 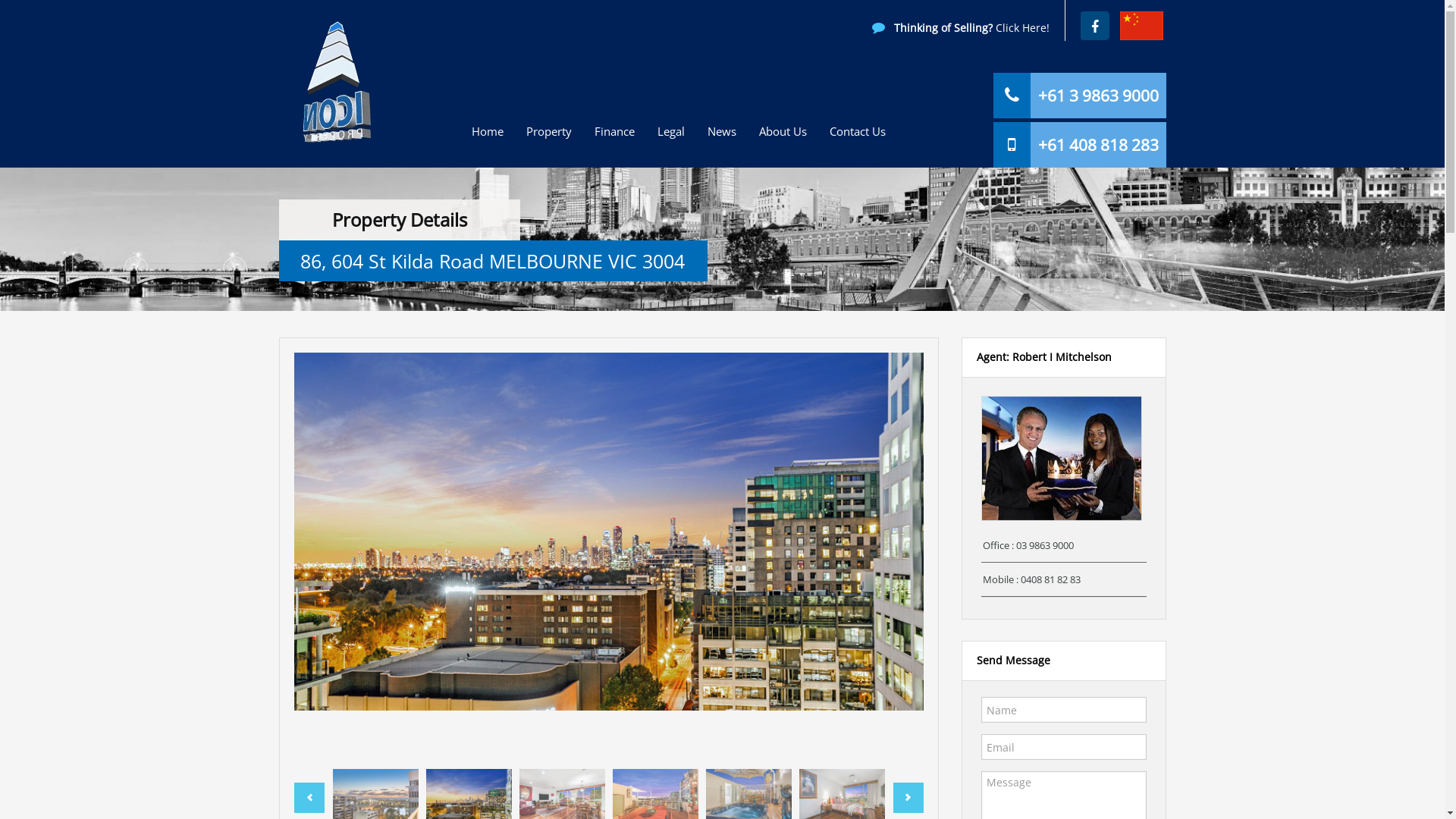 I want to click on 'Icon Property', so click(x=279, y=82).